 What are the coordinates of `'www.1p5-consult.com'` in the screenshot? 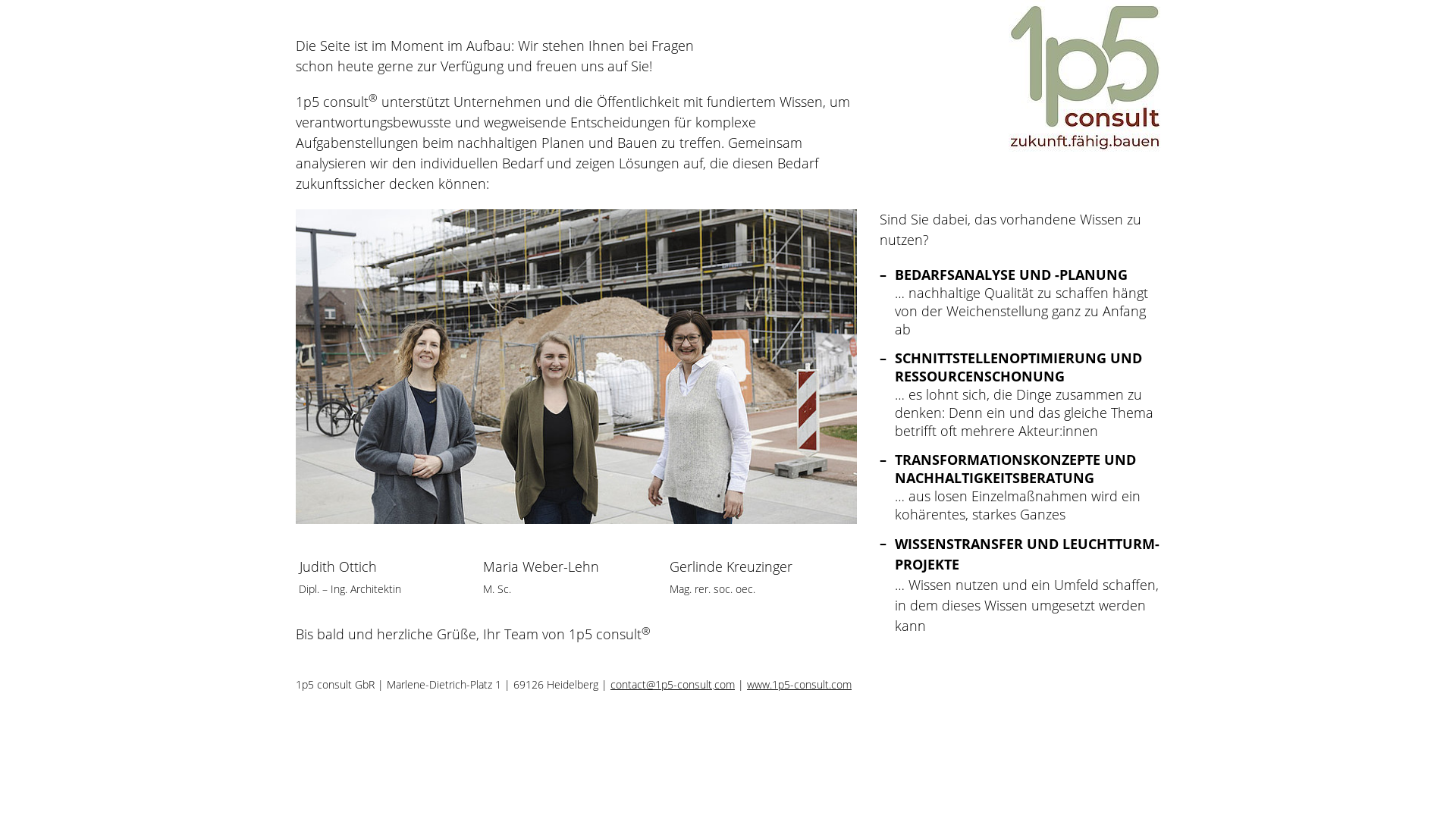 It's located at (799, 684).